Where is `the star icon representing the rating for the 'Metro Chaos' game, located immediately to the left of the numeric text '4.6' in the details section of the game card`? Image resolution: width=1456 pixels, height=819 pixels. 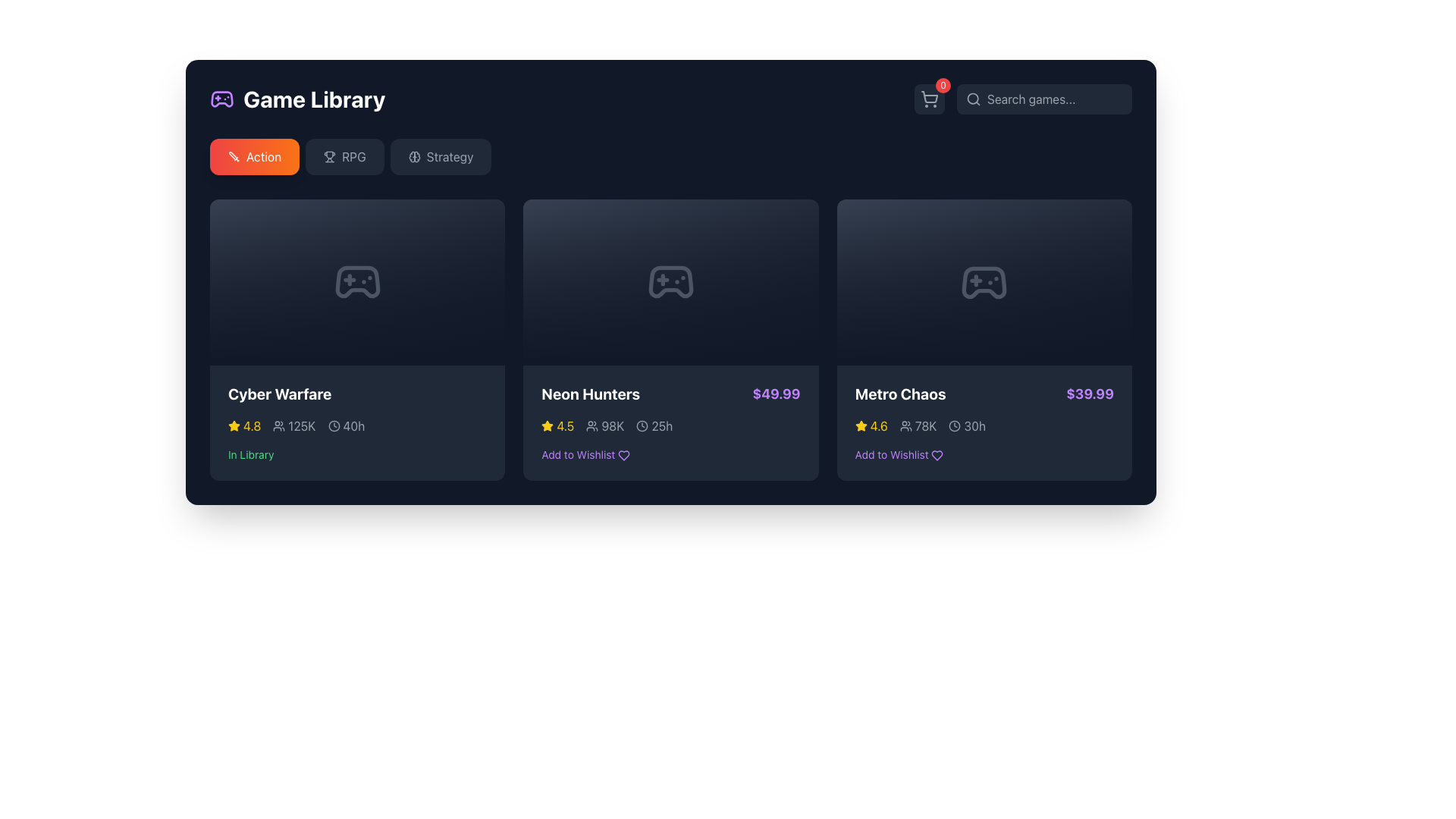
the star icon representing the rating for the 'Metro Chaos' game, located immediately to the left of the numeric text '4.6' in the details section of the game card is located at coordinates (861, 426).